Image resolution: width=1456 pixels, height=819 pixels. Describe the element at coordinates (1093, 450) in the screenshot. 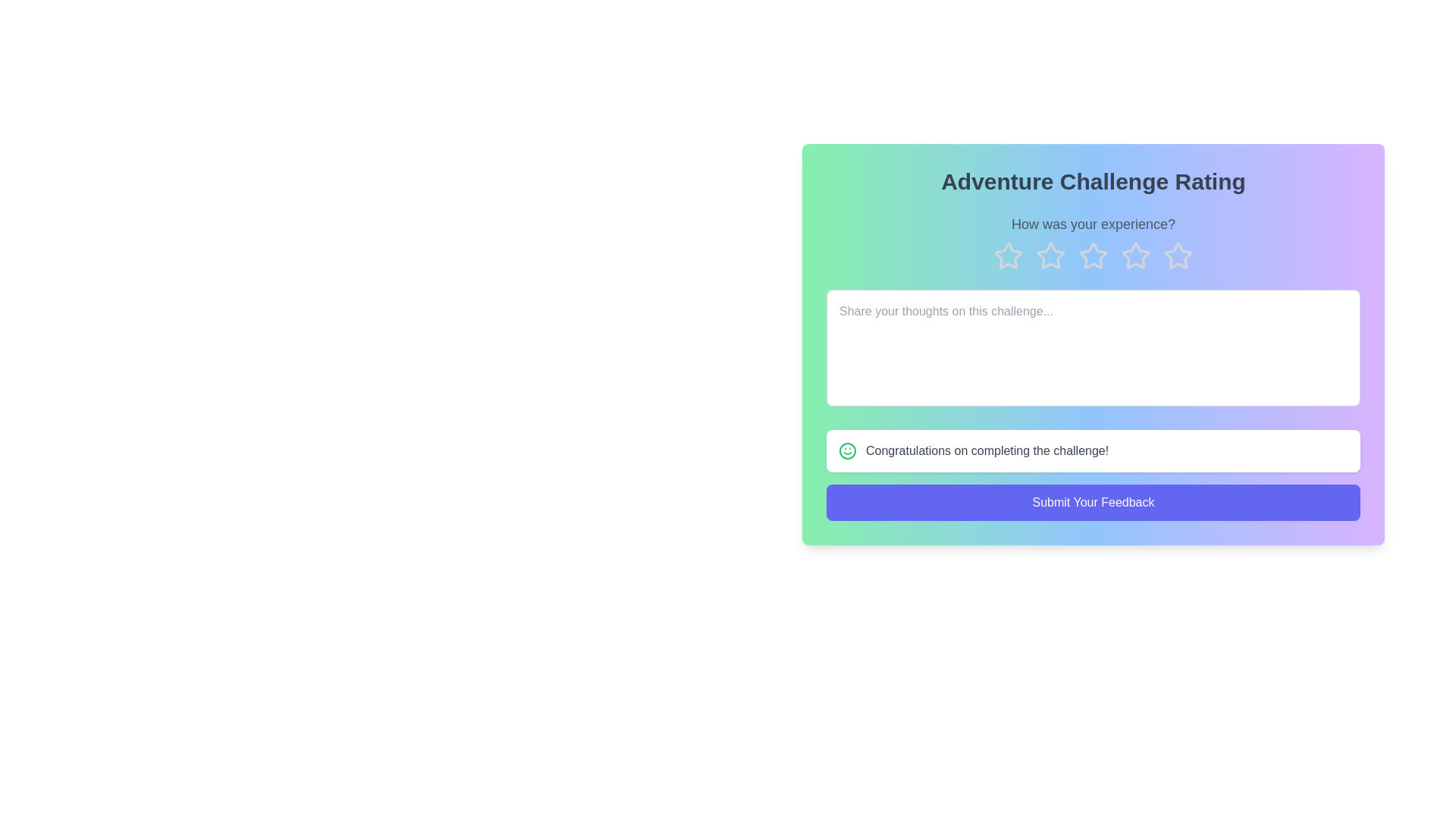

I see `the static informational message box containing a green smiley face icon and the text 'Congratulations on completing the challenge!'` at that location.